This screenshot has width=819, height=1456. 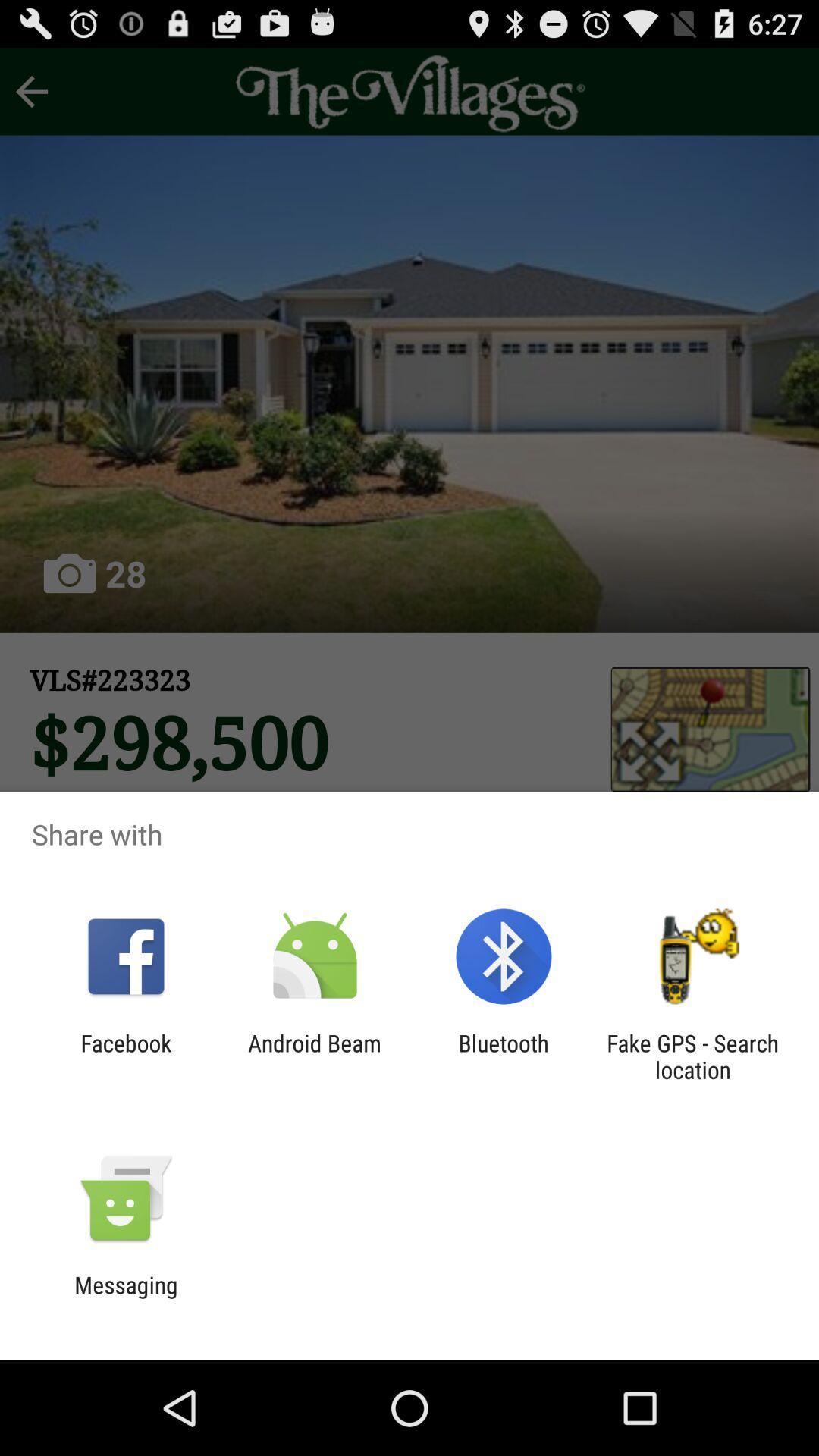 What do you see at coordinates (692, 1056) in the screenshot?
I see `the icon at the bottom right corner` at bounding box center [692, 1056].